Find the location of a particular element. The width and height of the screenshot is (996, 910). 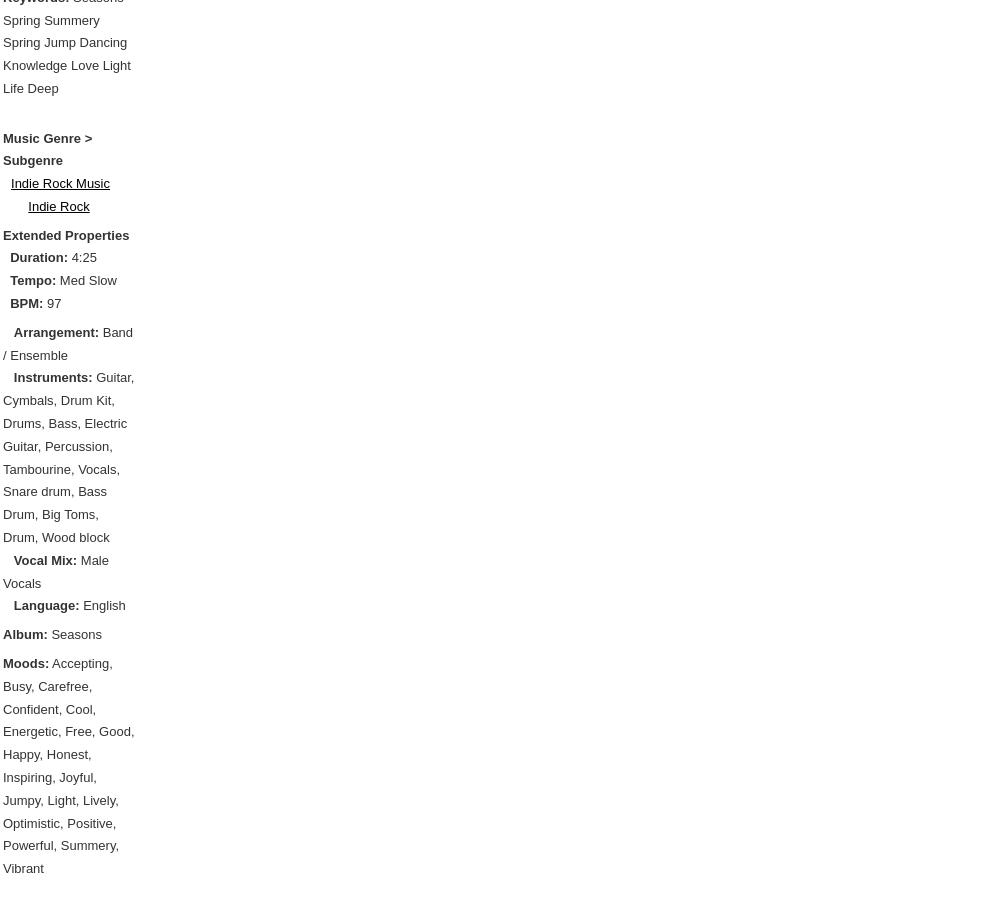

'Instruments:' is located at coordinates (51, 377).